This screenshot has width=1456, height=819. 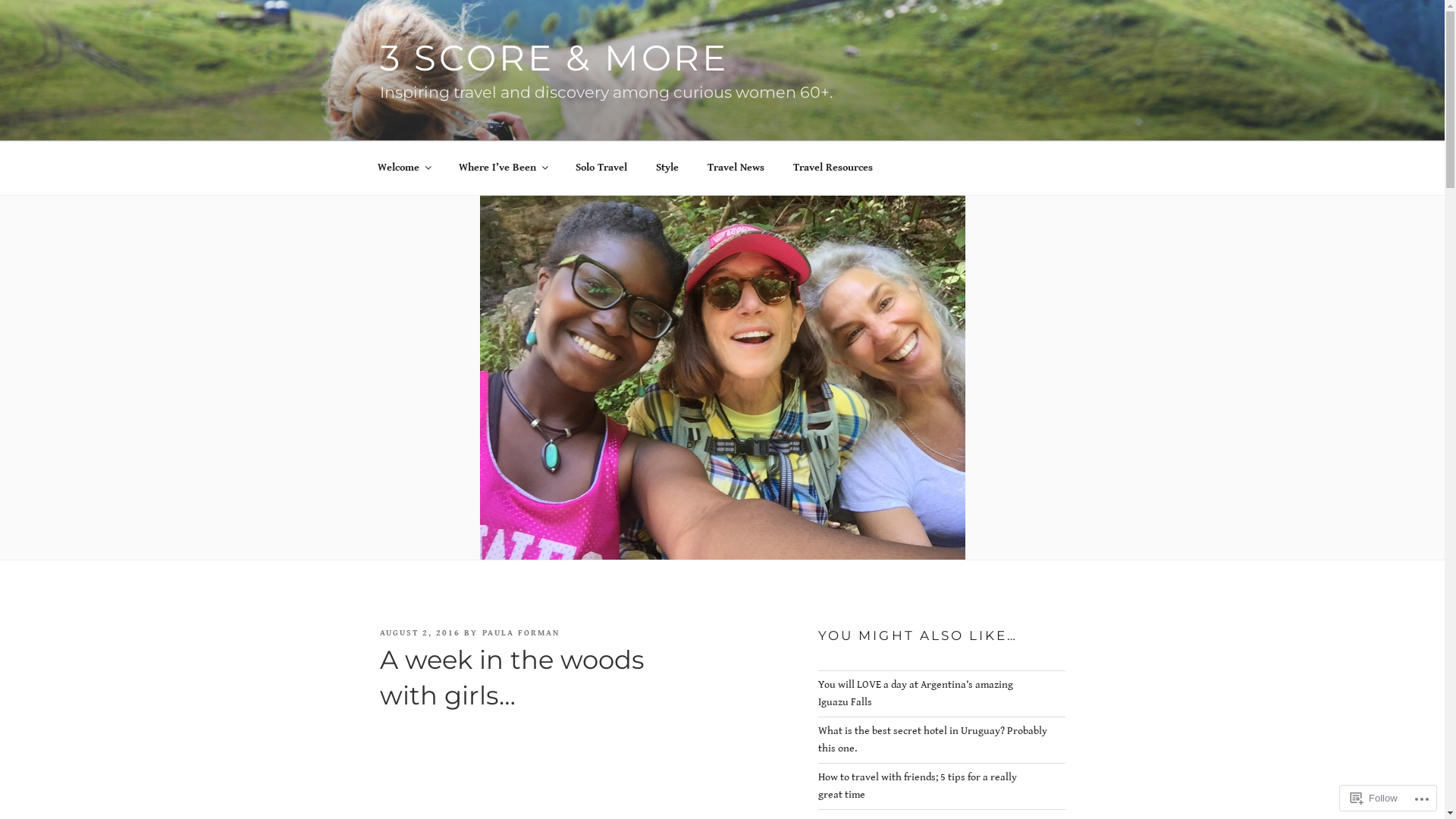 I want to click on 'Welcome', so click(x=403, y=168).